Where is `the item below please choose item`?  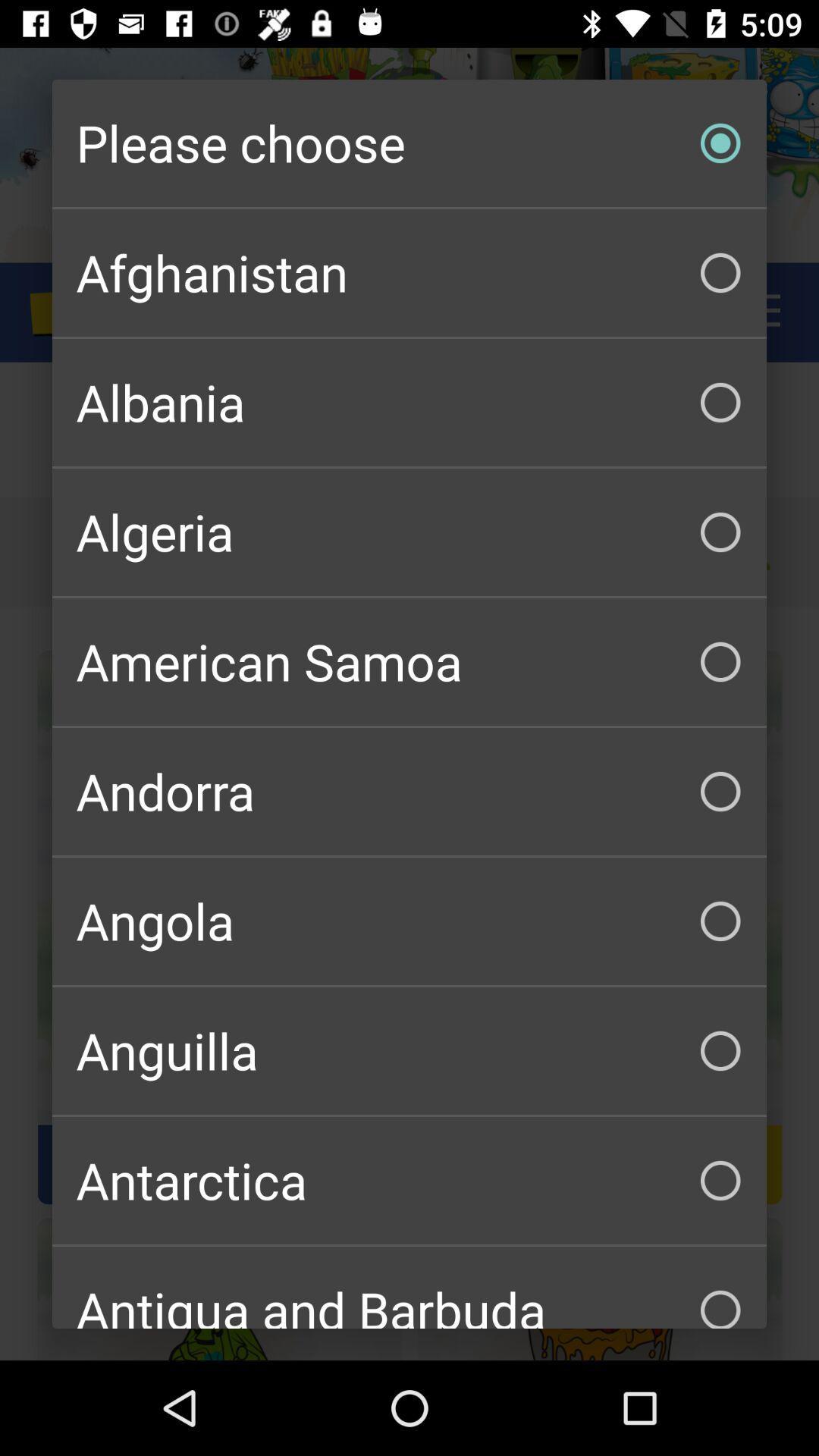
the item below please choose item is located at coordinates (409, 273).